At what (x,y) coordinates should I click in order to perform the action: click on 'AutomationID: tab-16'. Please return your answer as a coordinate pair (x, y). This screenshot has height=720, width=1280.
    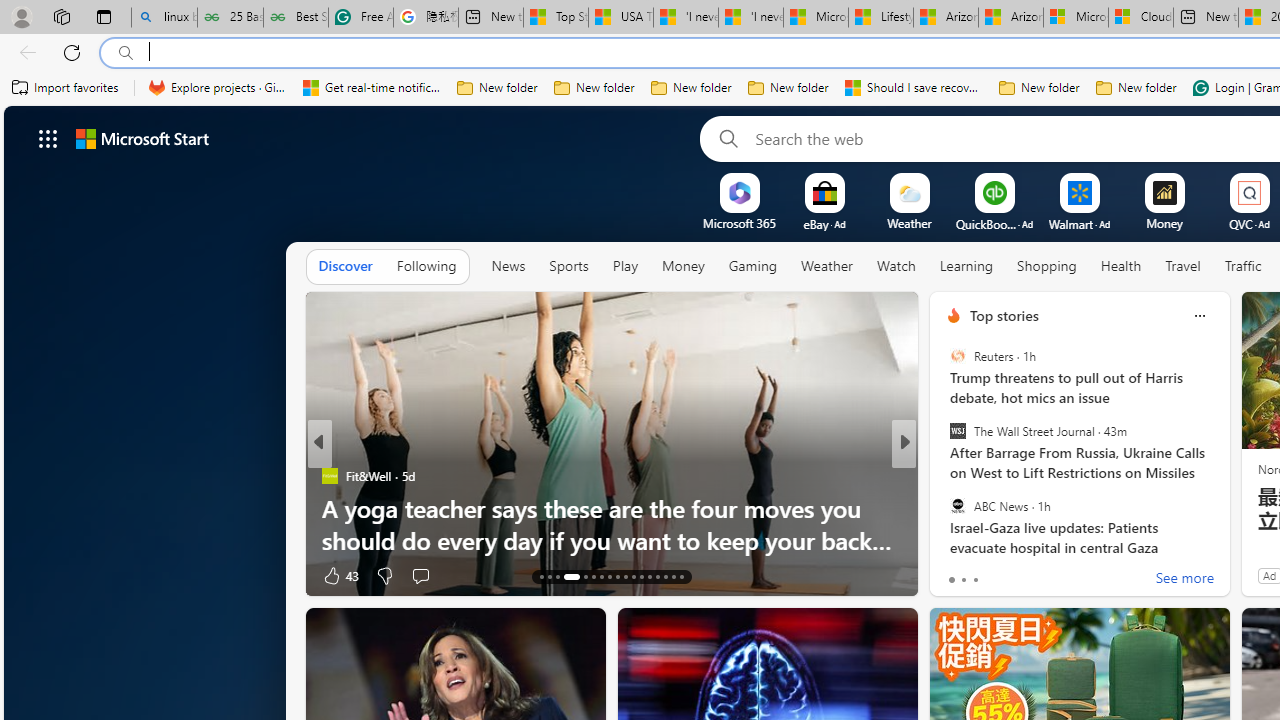
    Looking at the image, I should click on (570, 577).